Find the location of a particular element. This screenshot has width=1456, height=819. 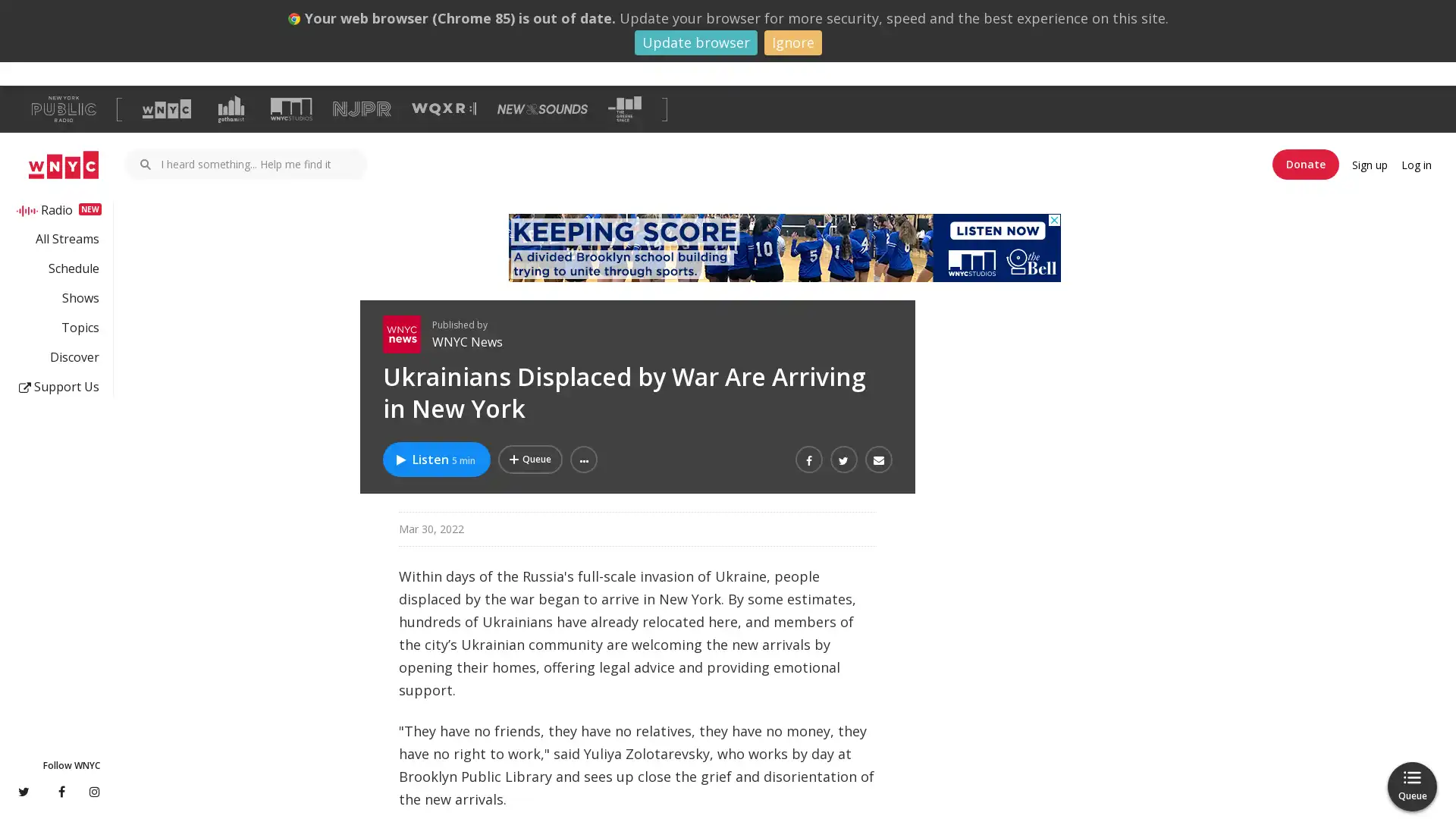

Queue is located at coordinates (1411, 786).